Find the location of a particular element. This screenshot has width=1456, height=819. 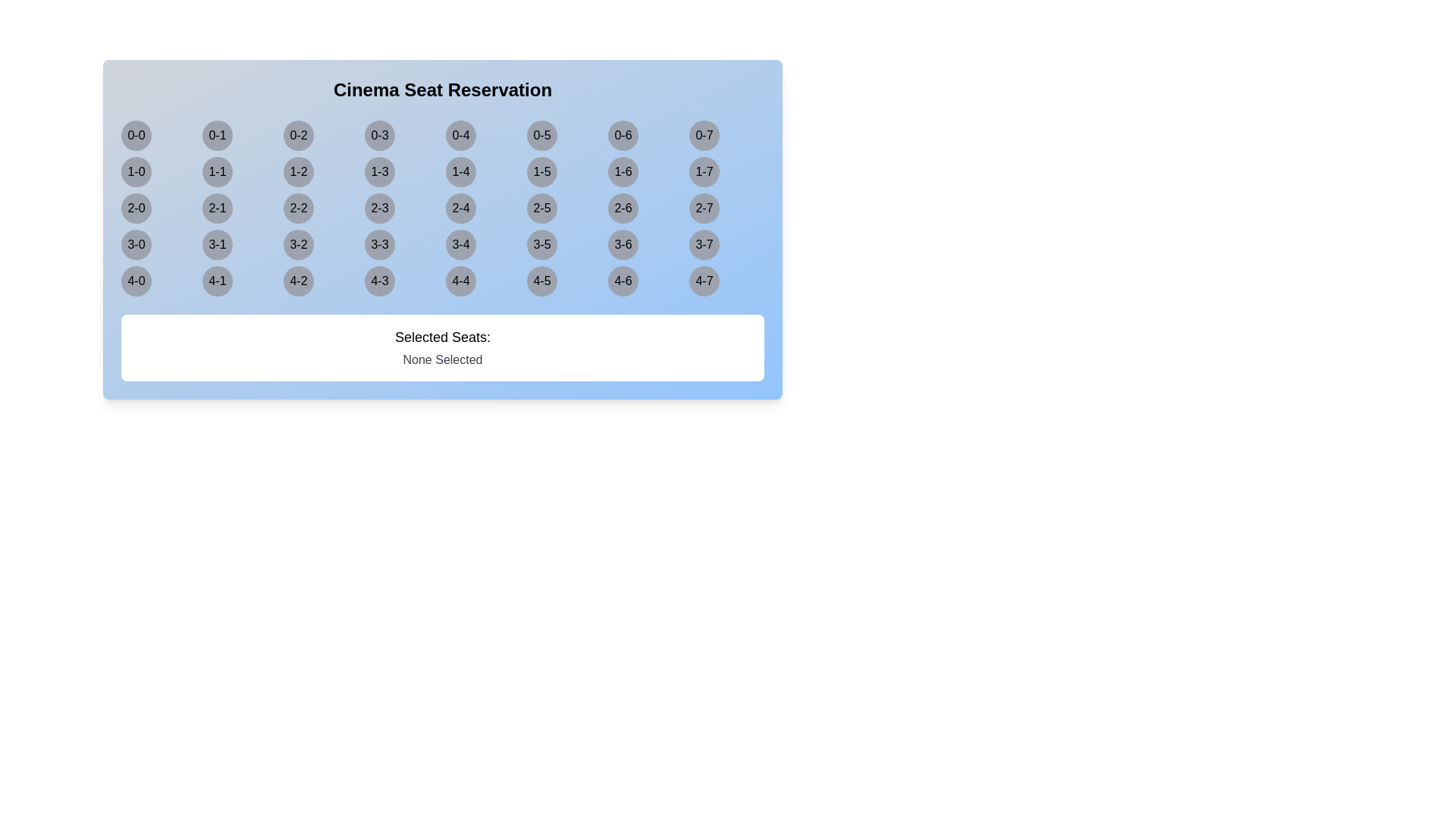

the circular button labeled '4-3' in the grid layout is located at coordinates (379, 281).